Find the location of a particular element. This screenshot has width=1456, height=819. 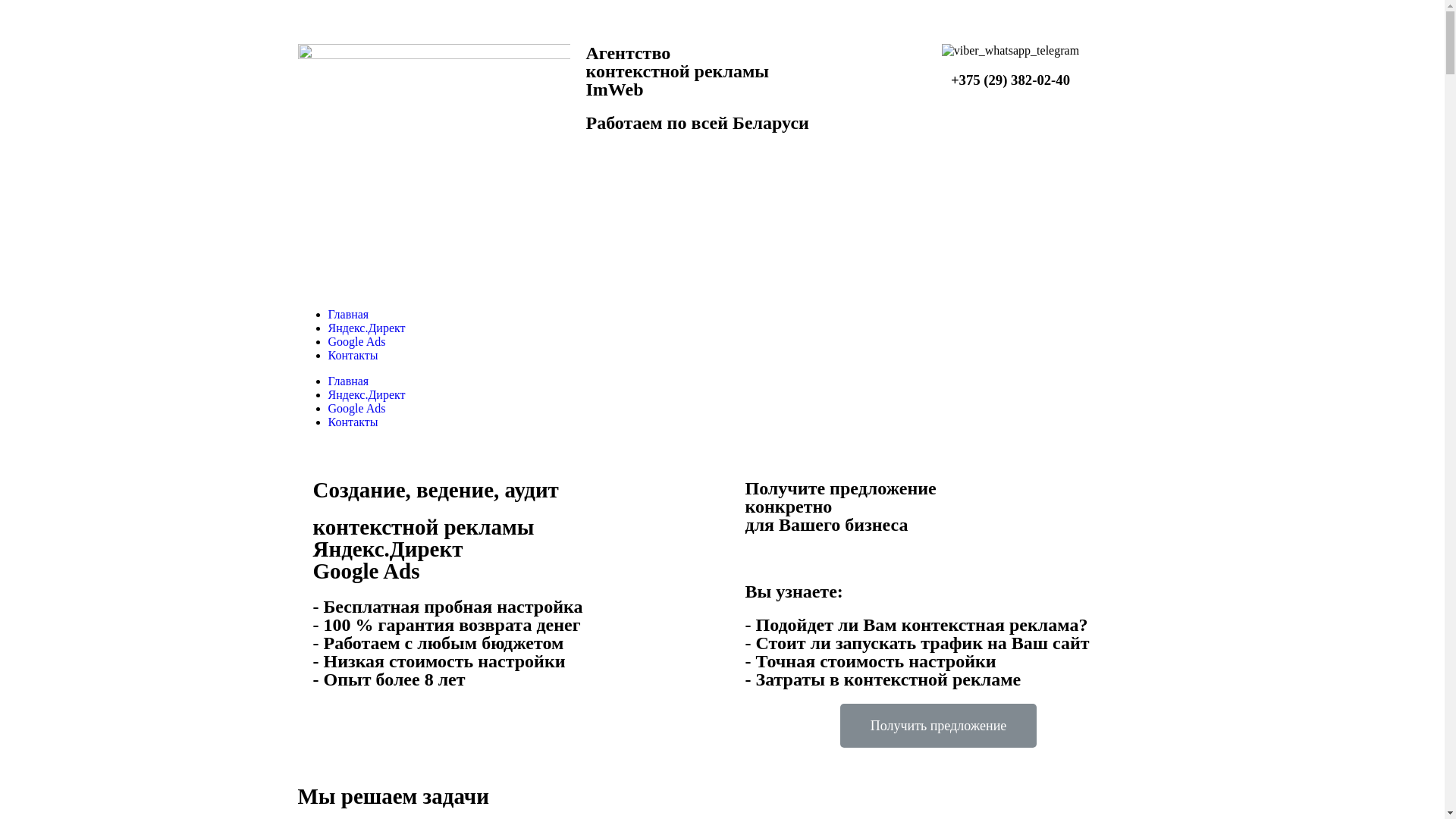

'+375 (29) 382-02-40' is located at coordinates (949, 80).